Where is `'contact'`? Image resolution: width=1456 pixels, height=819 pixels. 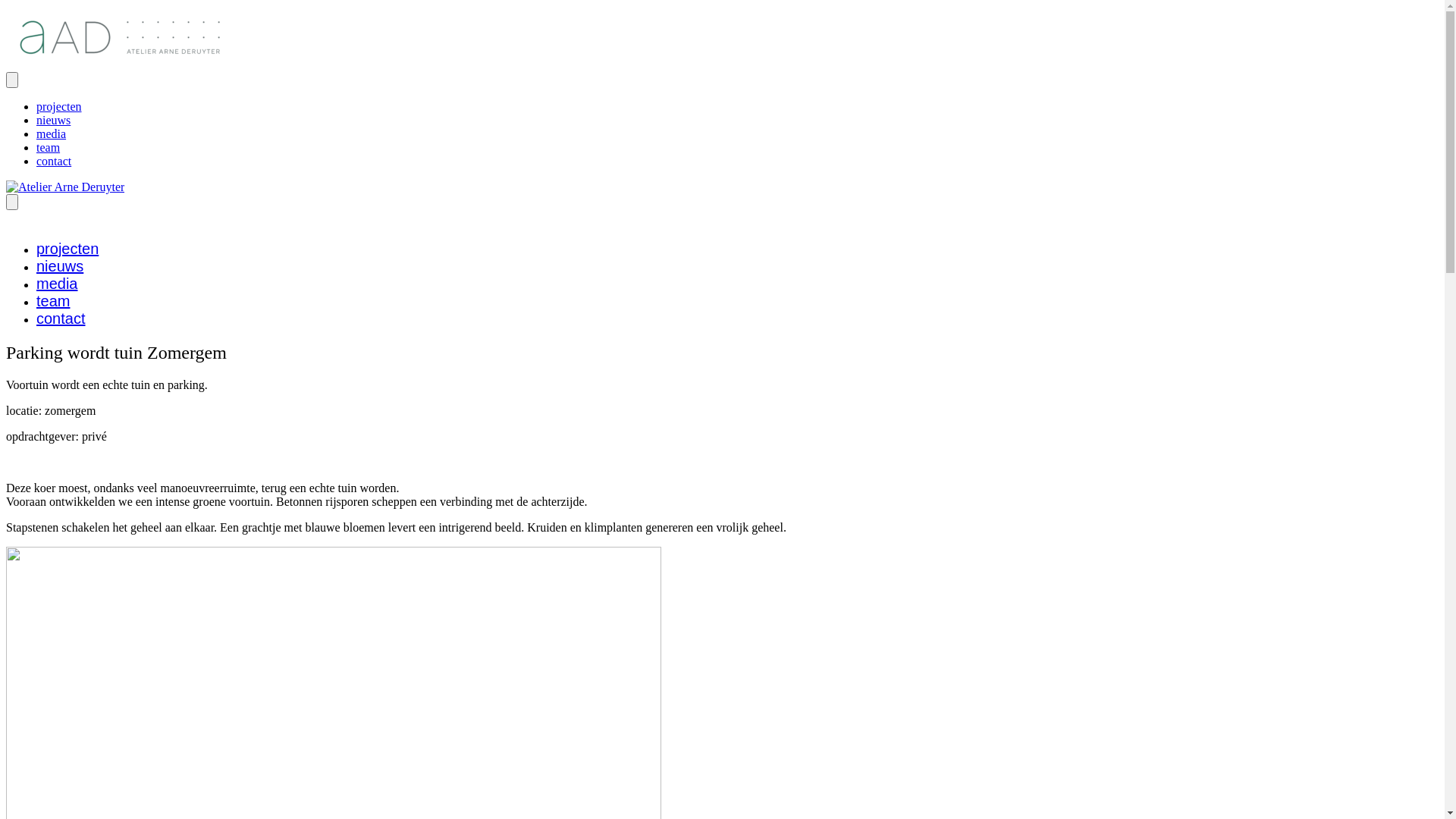
'contact' is located at coordinates (54, 161).